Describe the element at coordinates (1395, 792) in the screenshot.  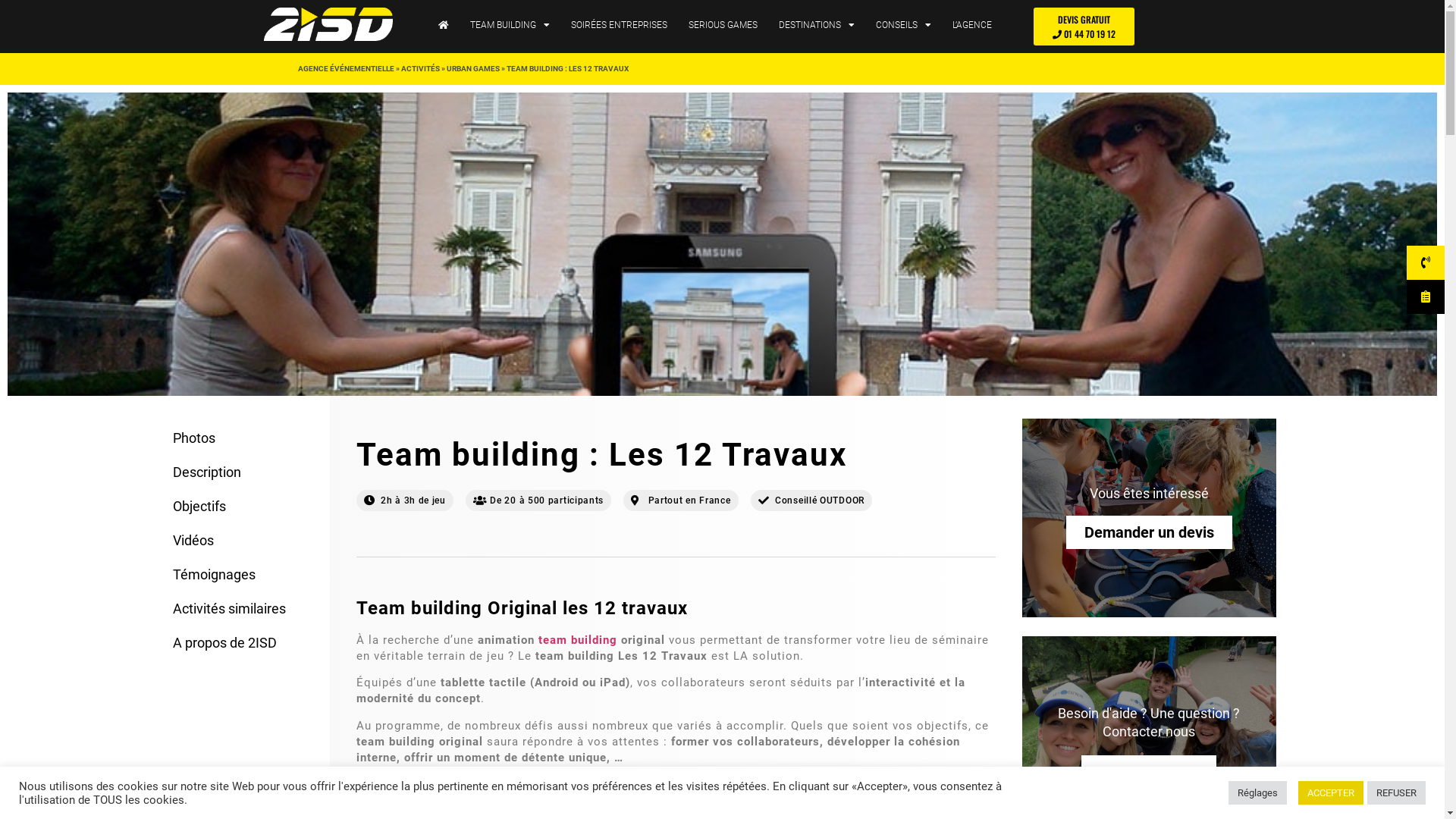
I see `'REFUSER'` at that location.